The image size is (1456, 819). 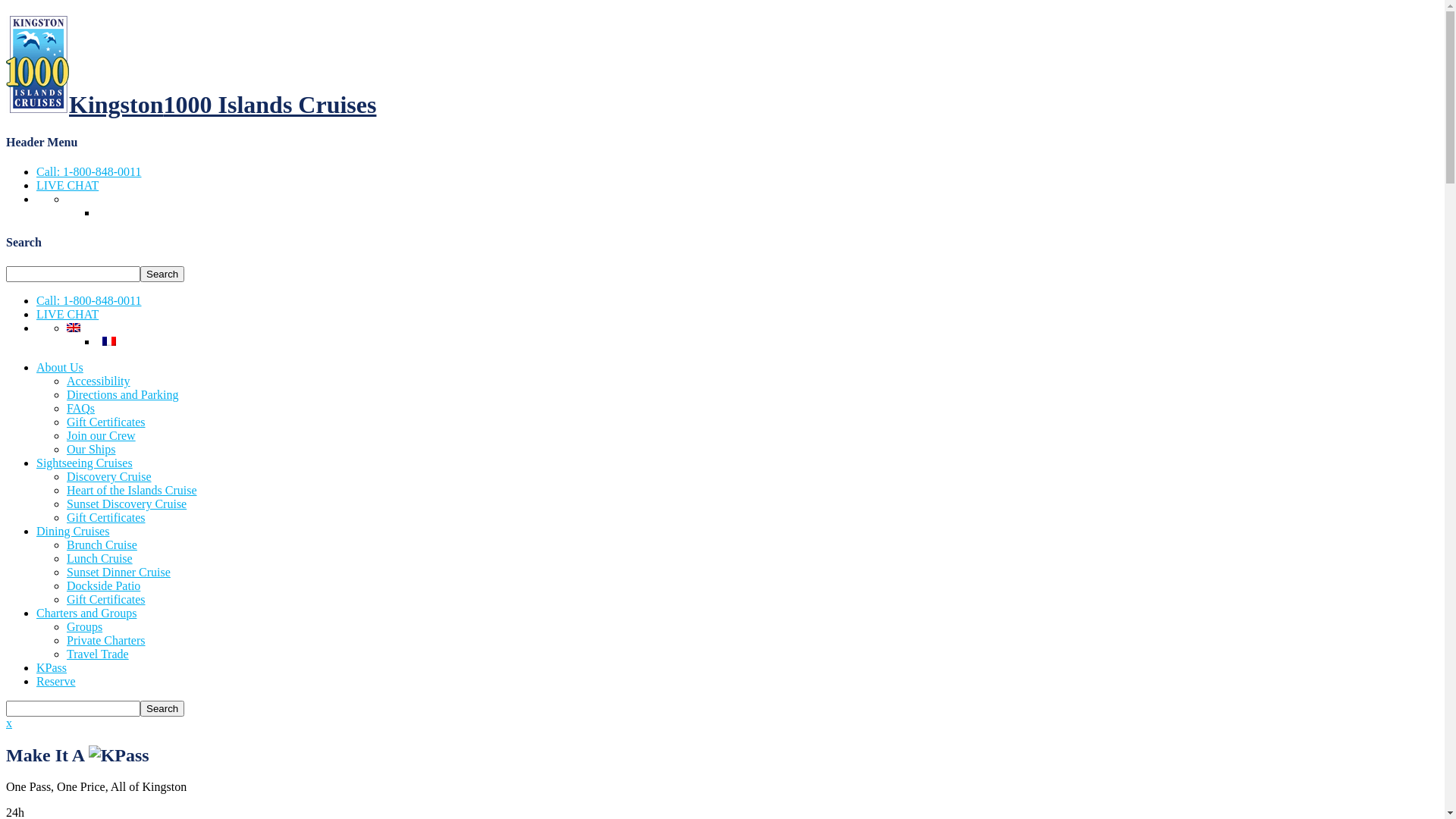 I want to click on 'KPass', so click(x=51, y=667).